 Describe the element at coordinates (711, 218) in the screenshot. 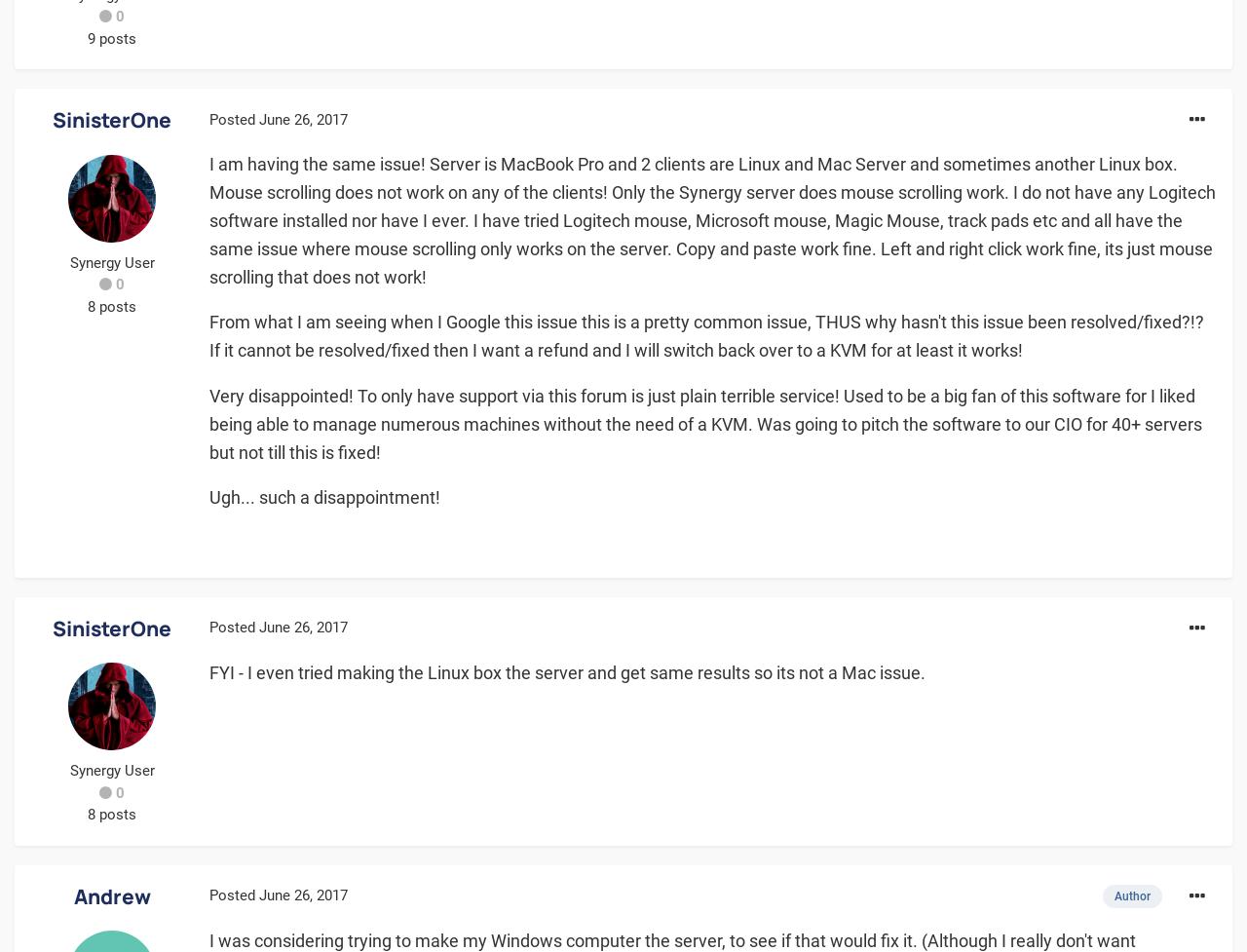

I see `'I am having the same issue! Server is MacBook Pro and 2 clients are Linux and Mac Server and sometimes another Linux box. Mouse scrolling does not work on any of the clients! Only the Synergy server does mouse scrolling work. I do not have any Logitech software installed nor have I ever. I have tried Logitech mouse, Microsoft mouse, Magic Mouse, track pads etc and all have the same issue where mouse scrolling only works on the server. Copy and paste work fine. Left and right click work fine, its just mouse scrolling that does not work!'` at that location.